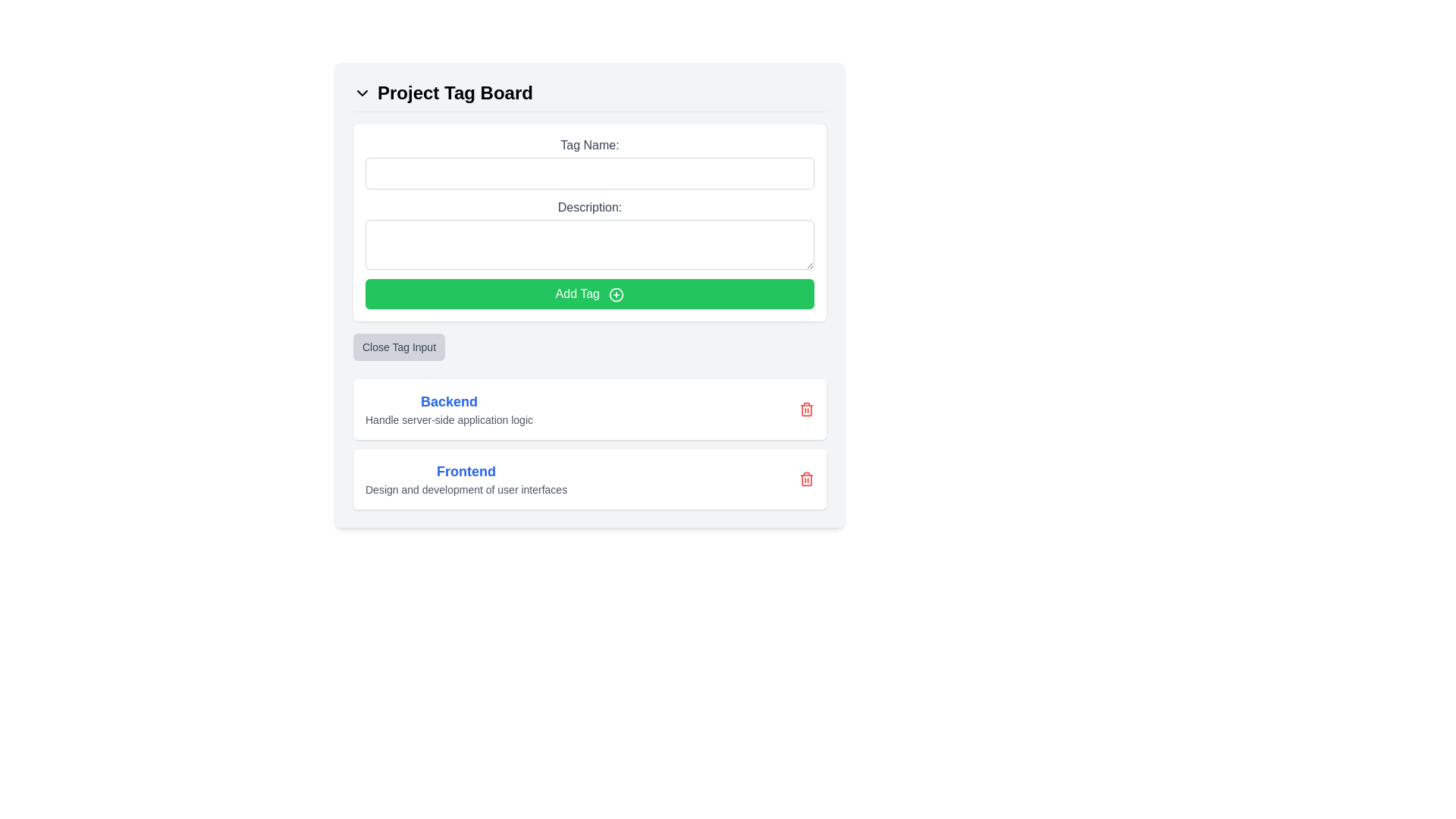  Describe the element at coordinates (362, 93) in the screenshot. I see `the chevron-down icon located to the left of the 'Project Tag Board' text` at that location.